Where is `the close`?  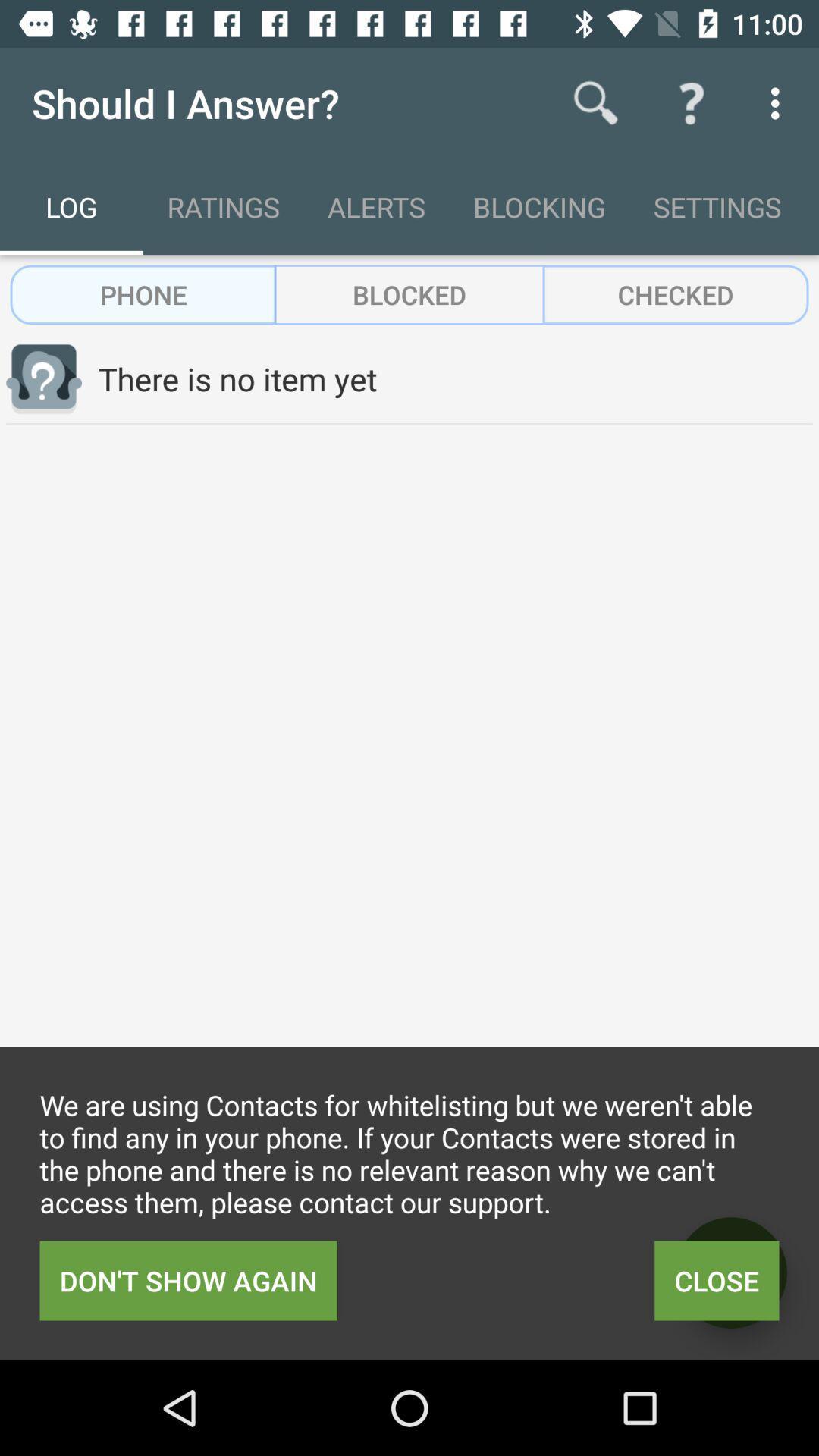 the close is located at coordinates (717, 1280).